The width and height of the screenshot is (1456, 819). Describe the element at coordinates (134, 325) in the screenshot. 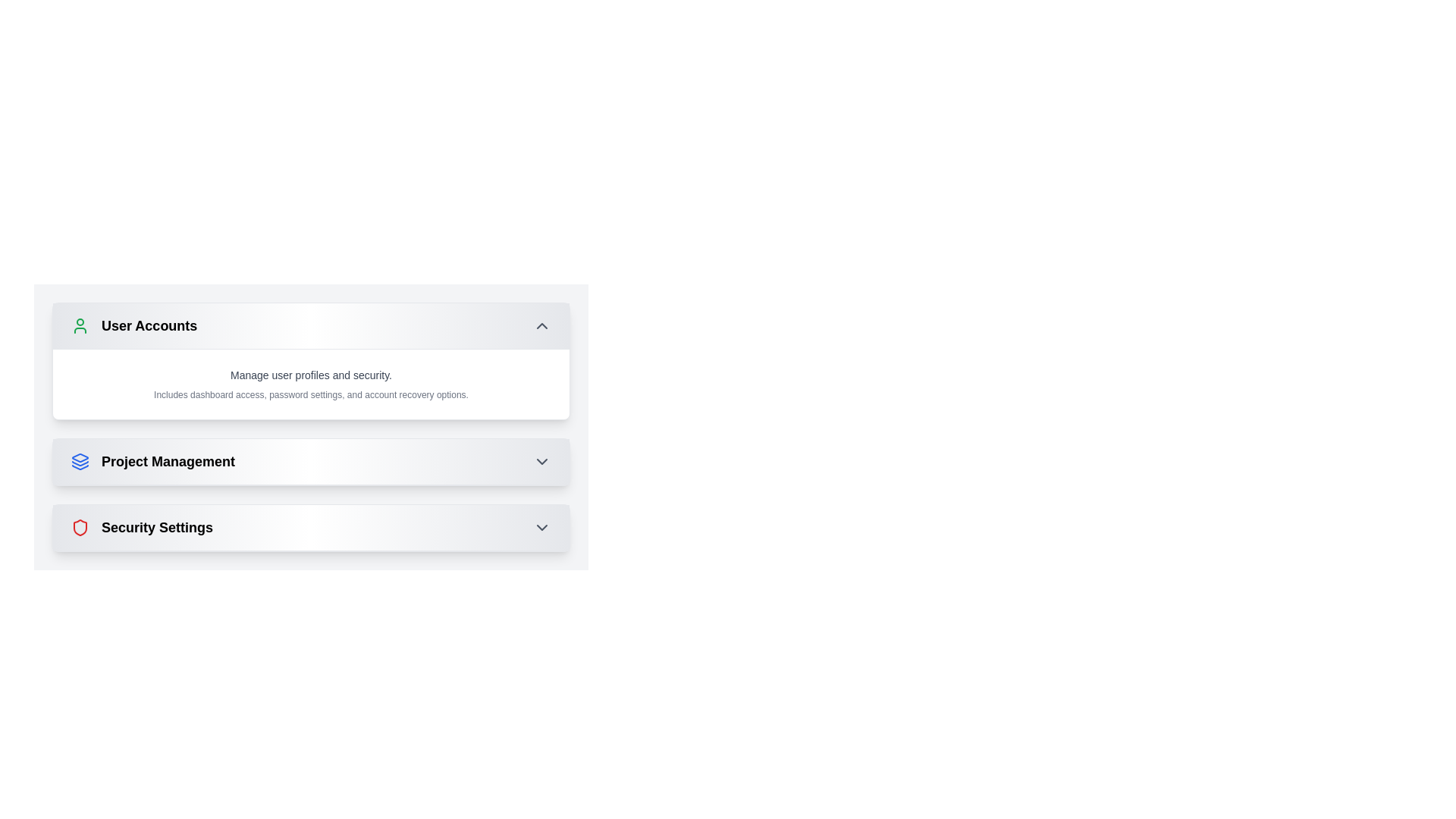

I see `the 'User Accounts' section header, which is the first element in the list` at that location.